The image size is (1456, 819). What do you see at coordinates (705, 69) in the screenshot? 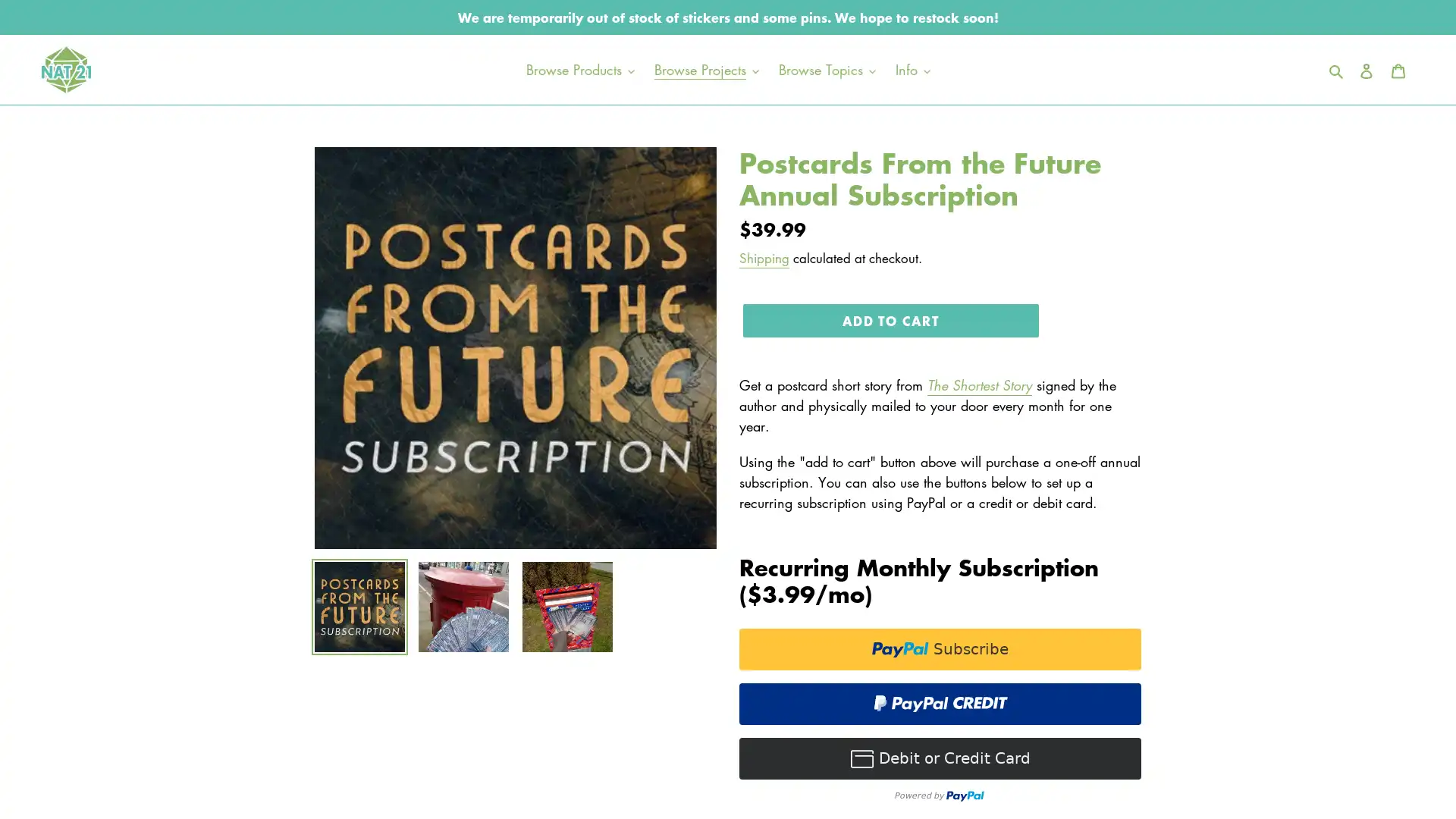
I see `Browse Projects` at bounding box center [705, 69].